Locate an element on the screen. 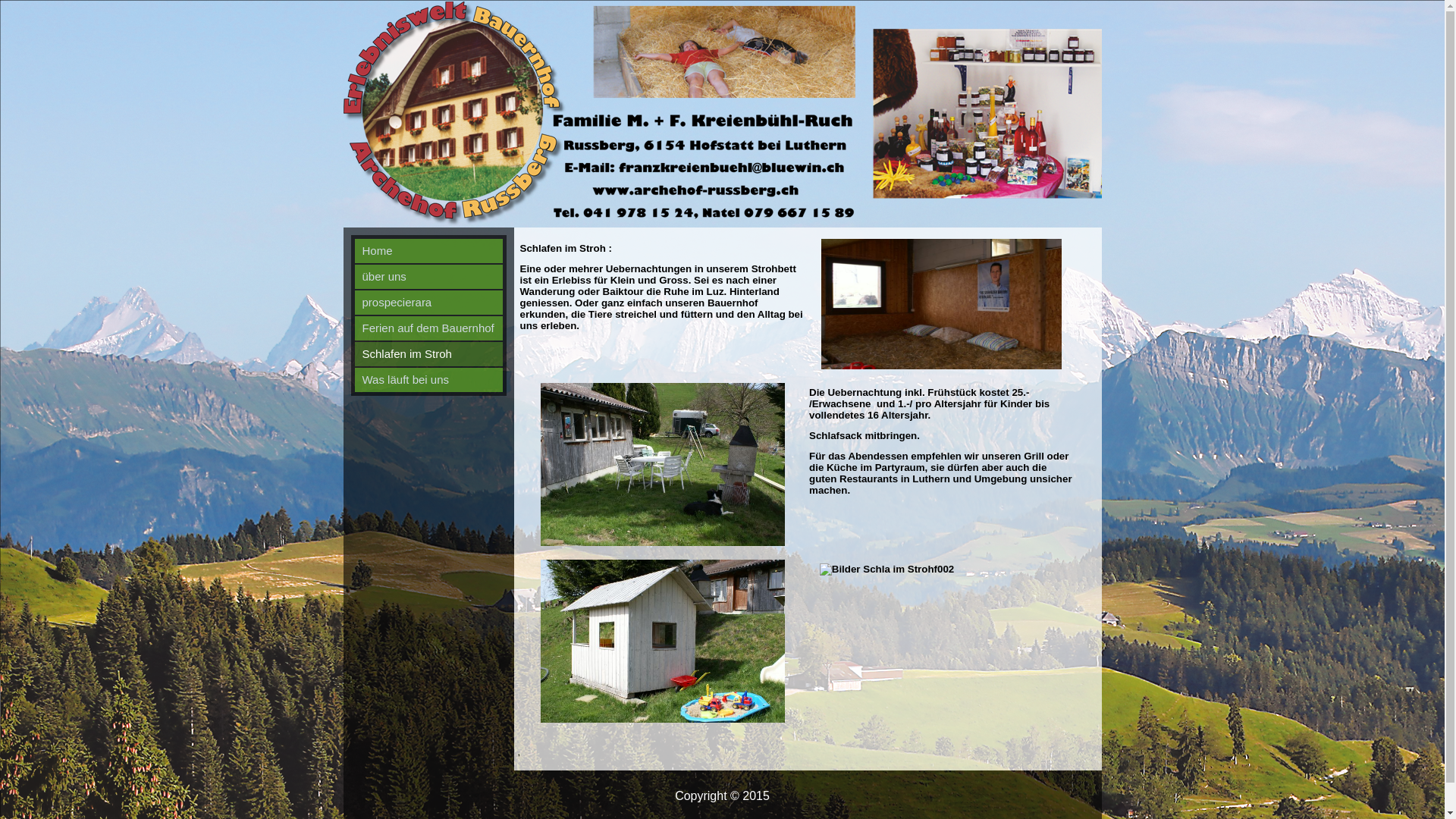  'Ferien auf dem Bauernhof' is located at coordinates (428, 327).